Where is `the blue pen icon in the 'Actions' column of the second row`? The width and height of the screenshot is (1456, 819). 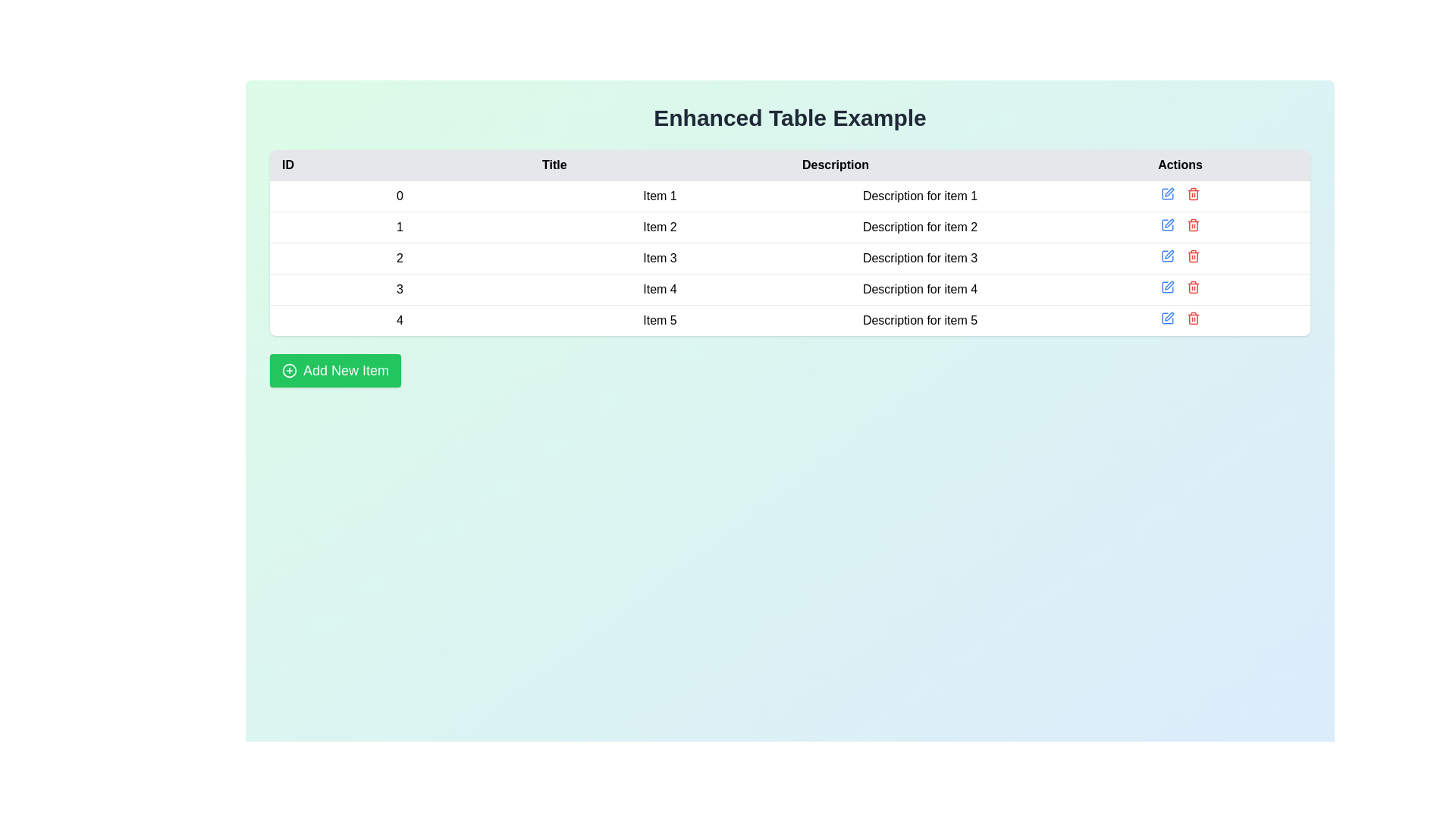 the blue pen icon in the 'Actions' column of the second row is located at coordinates (1166, 225).